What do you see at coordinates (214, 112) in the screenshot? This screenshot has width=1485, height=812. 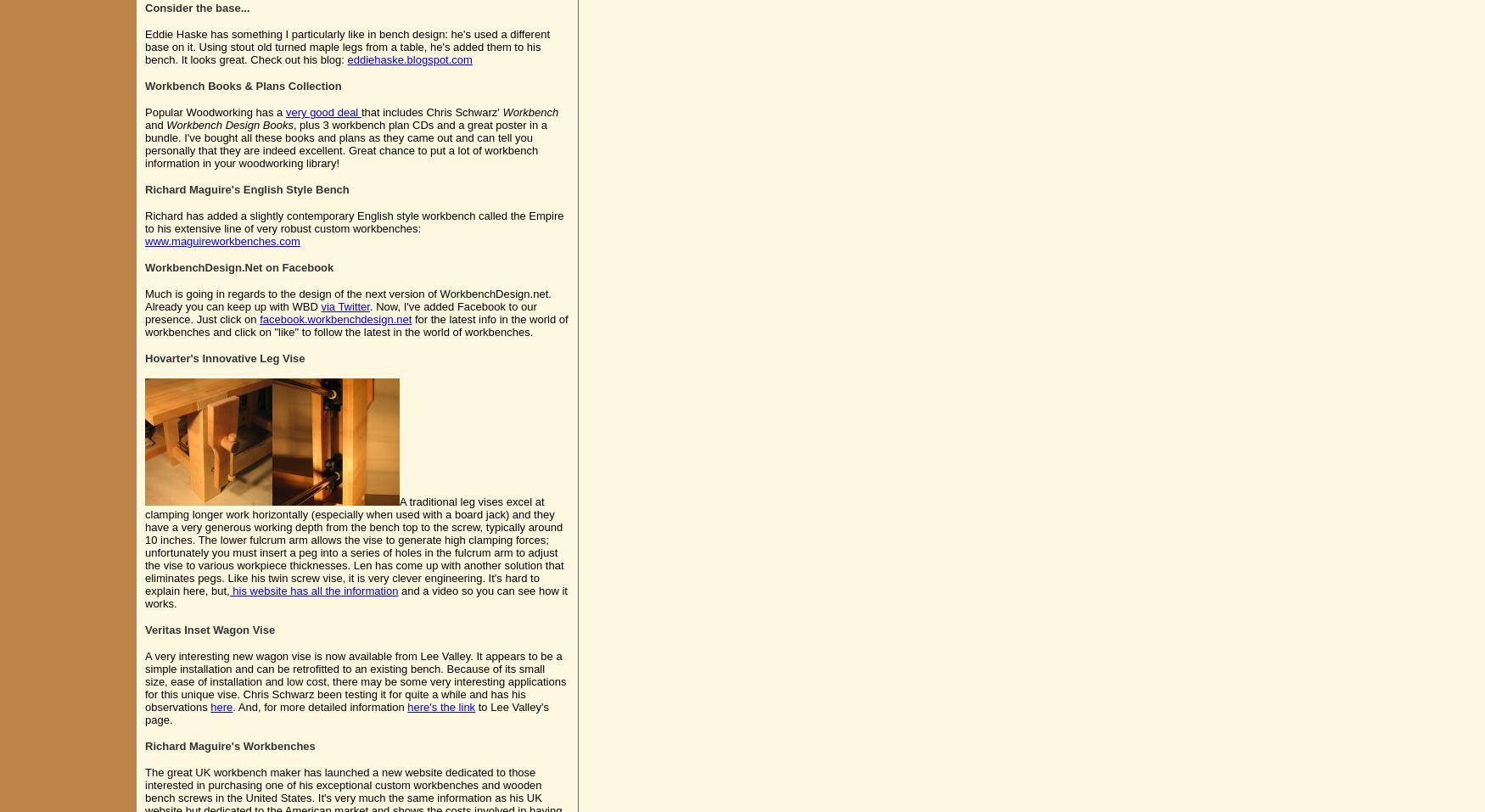 I see `'Popular Woodworking has a'` at bounding box center [214, 112].